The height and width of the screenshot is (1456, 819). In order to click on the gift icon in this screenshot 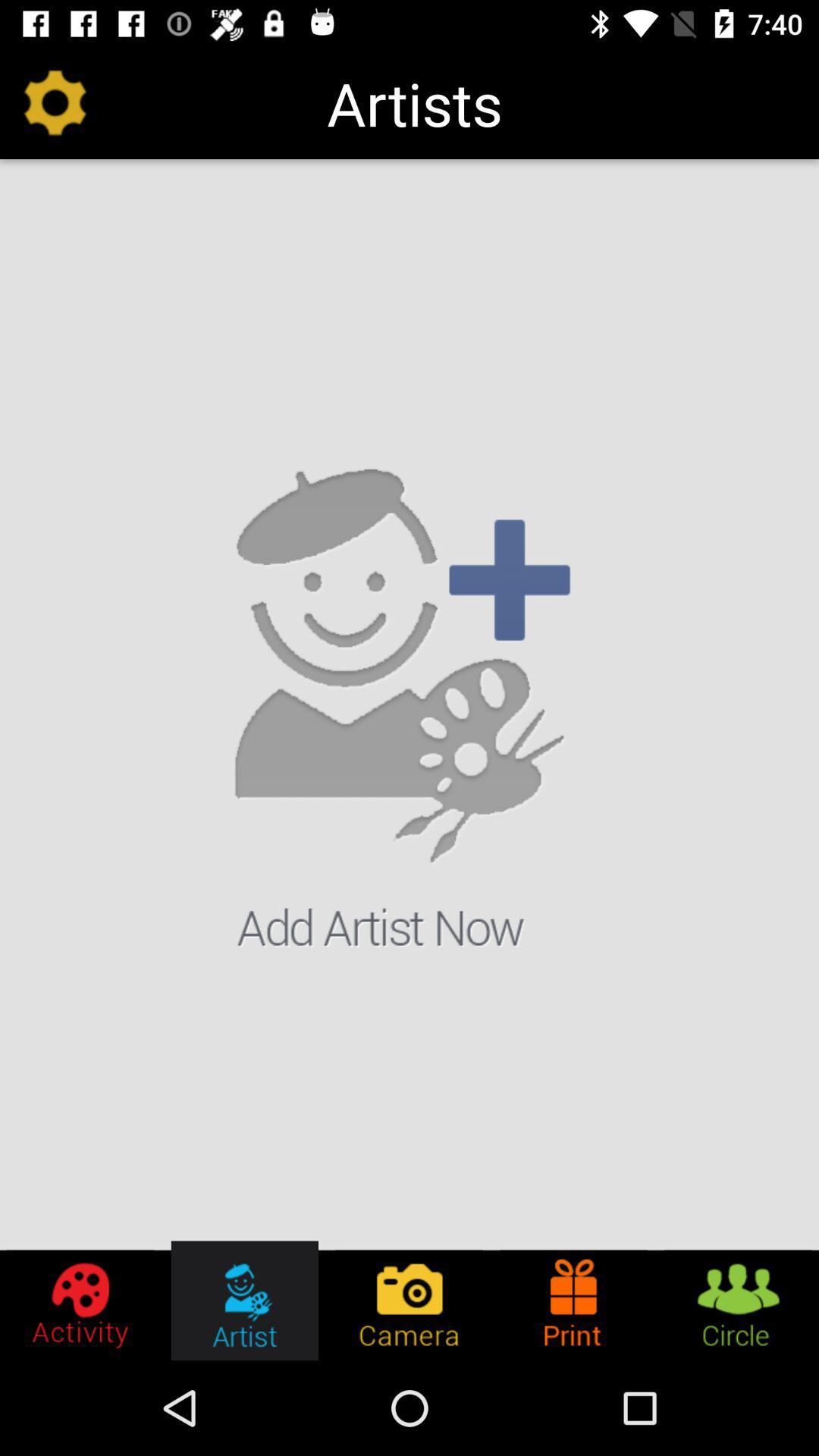, I will do `click(573, 1300)`.